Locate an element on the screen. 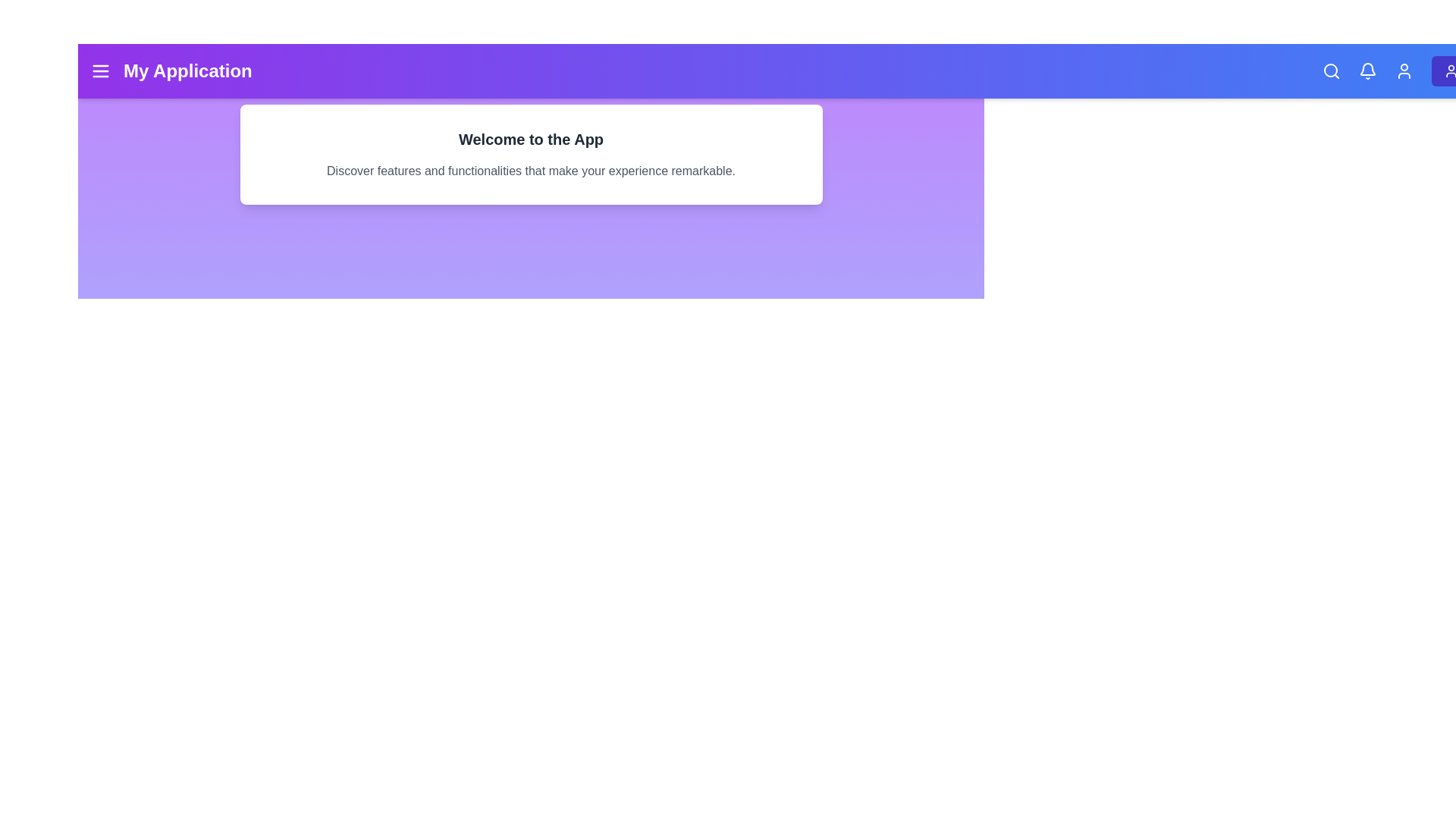  the notification bell icon is located at coordinates (1367, 71).